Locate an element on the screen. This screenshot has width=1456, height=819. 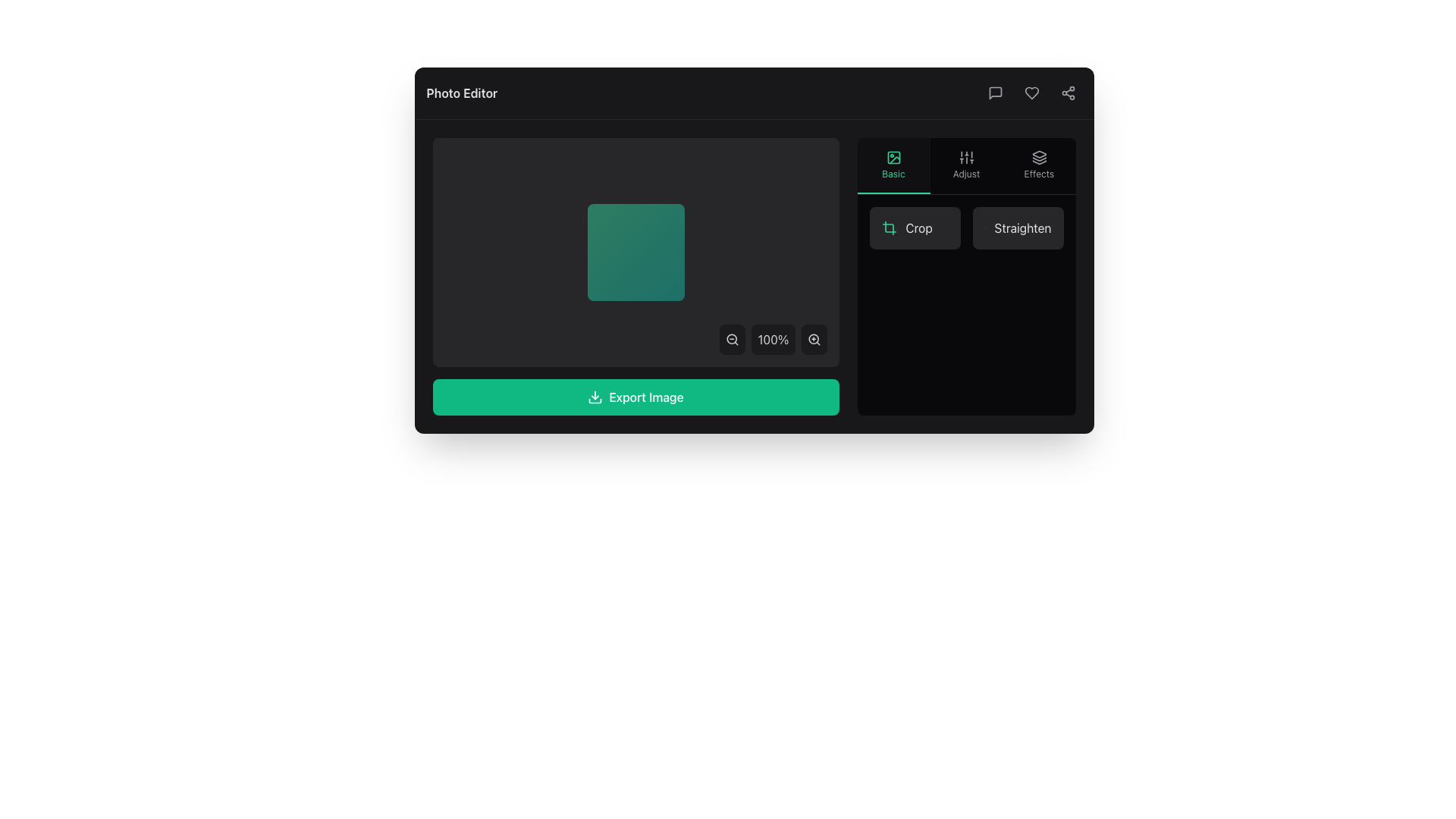
the SVG icon representing an image located at the top-center of the 'Basic' section in the right sidebar, above the text label 'Basic' is located at coordinates (893, 158).